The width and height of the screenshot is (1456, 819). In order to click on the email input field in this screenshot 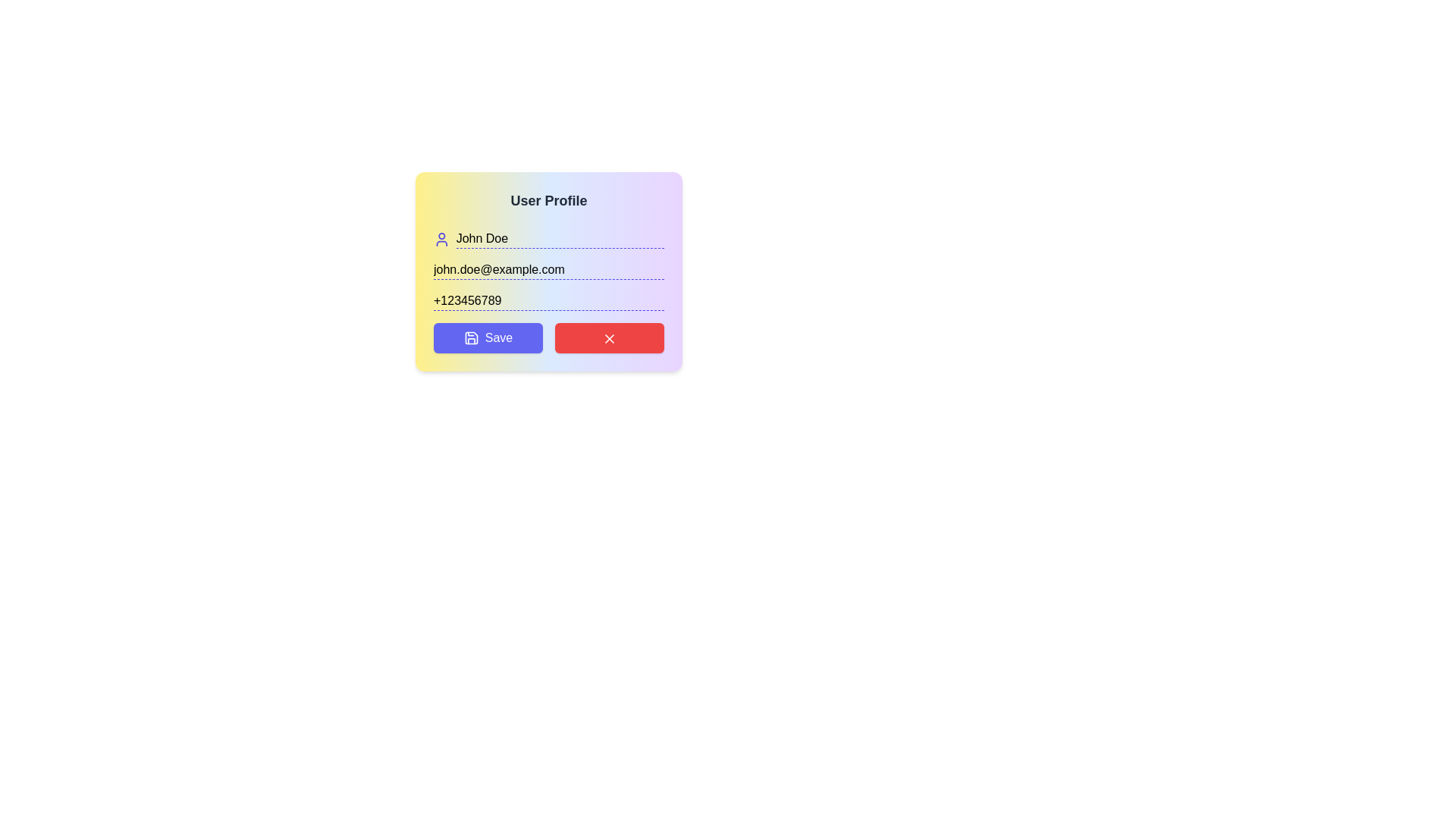, I will do `click(548, 269)`.